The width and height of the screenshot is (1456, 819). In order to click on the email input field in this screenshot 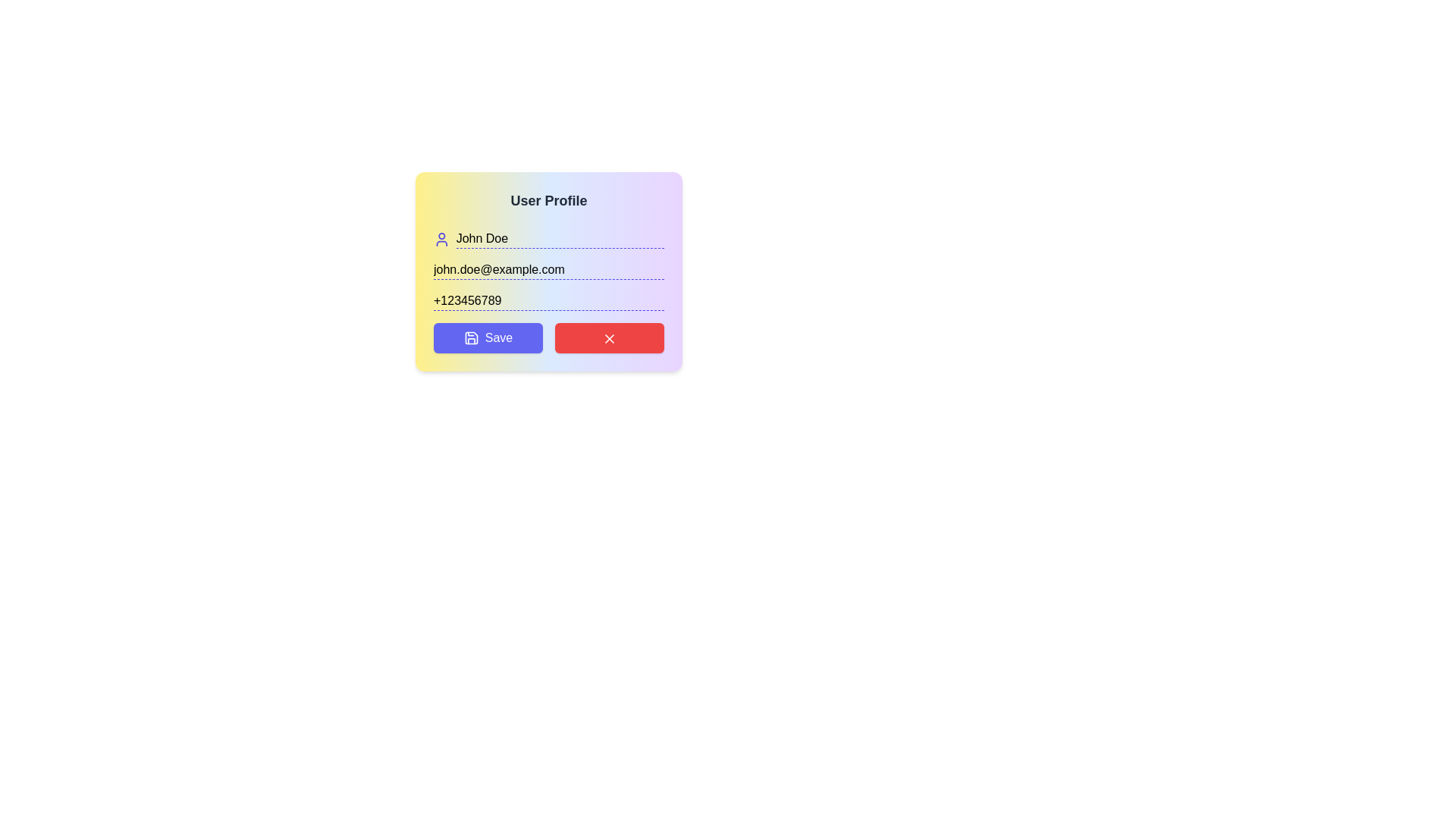, I will do `click(548, 269)`.